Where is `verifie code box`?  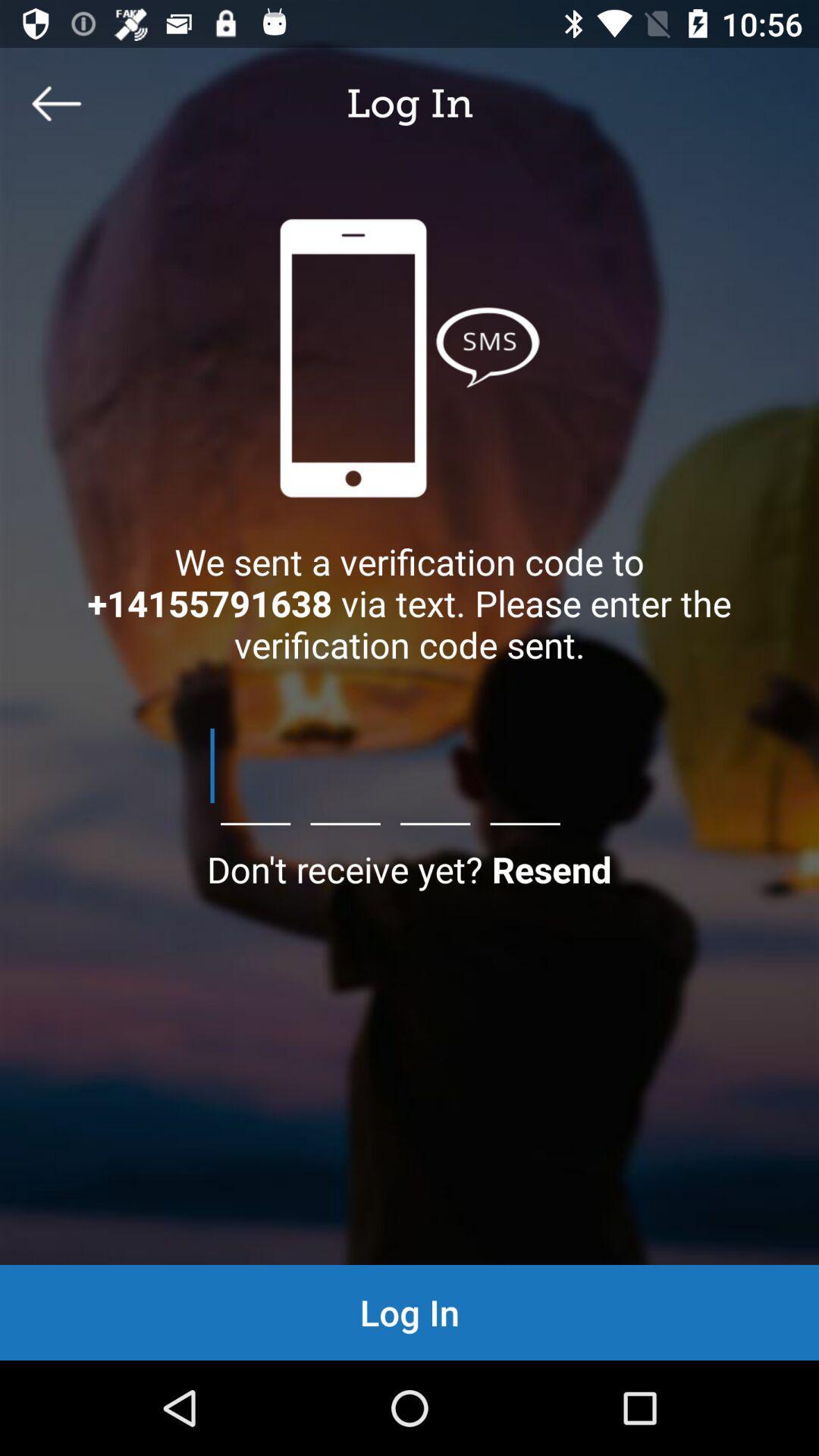 verifie code box is located at coordinates (409, 765).